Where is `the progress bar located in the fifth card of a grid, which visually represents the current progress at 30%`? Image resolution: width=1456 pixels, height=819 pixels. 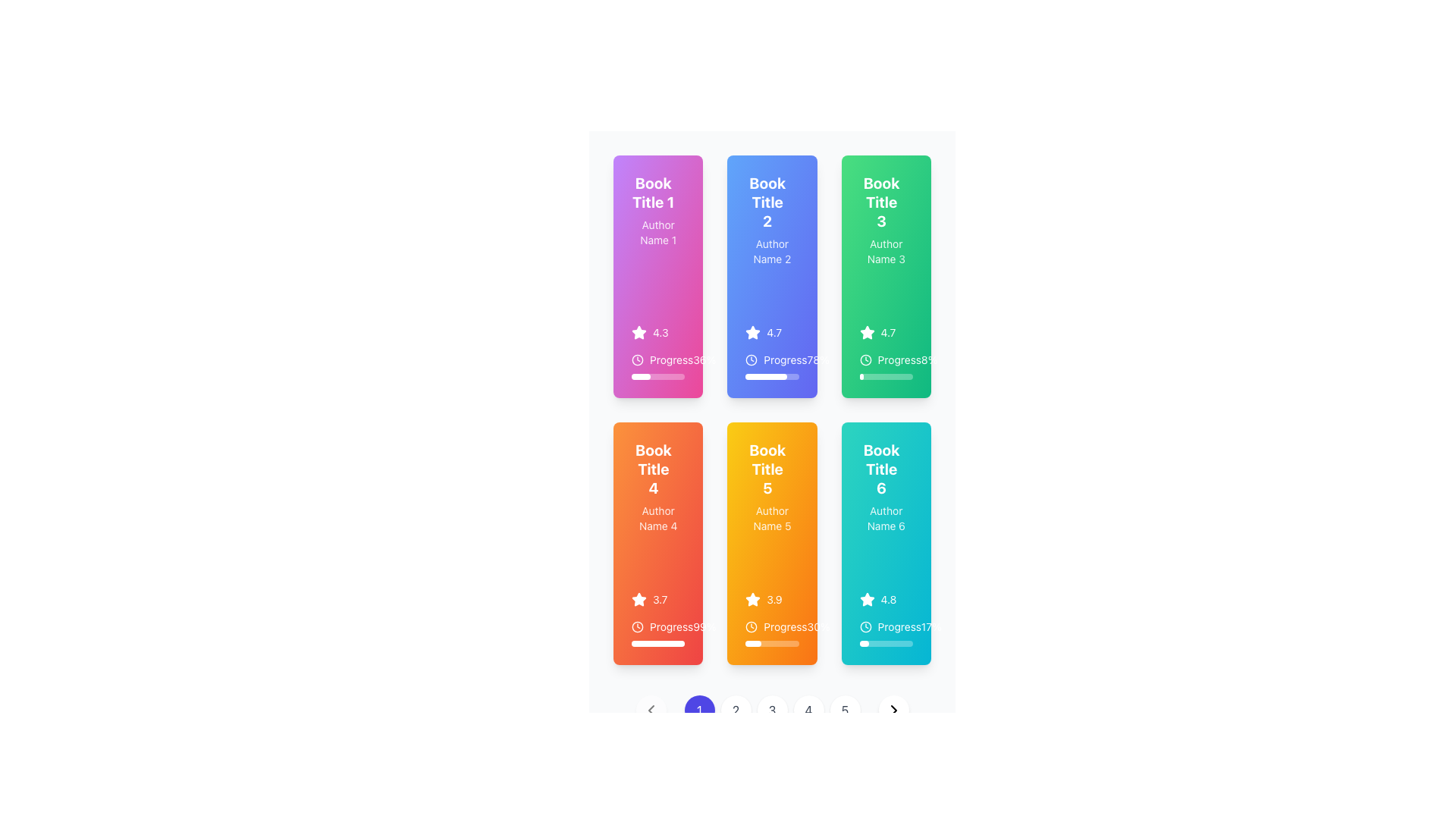
the progress bar located in the fifth card of a grid, which visually represents the current progress at 30% is located at coordinates (772, 643).